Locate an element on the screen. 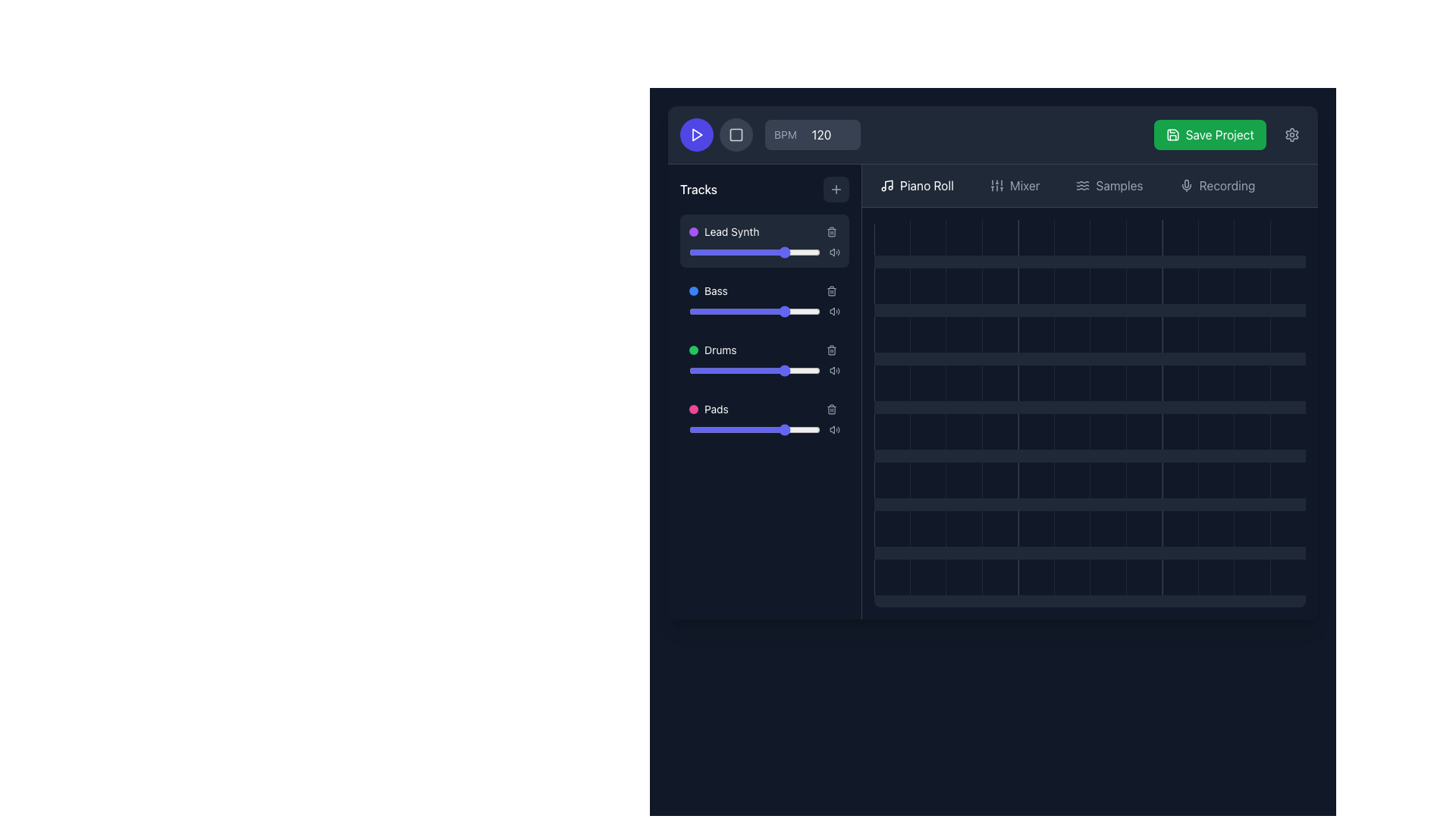 The height and width of the screenshot is (819, 1456). the square grid cell located in the sixth column of the sixth row, which is part of a 12-column grid layout in the right pane of the interface is located at coordinates (1179, 480).